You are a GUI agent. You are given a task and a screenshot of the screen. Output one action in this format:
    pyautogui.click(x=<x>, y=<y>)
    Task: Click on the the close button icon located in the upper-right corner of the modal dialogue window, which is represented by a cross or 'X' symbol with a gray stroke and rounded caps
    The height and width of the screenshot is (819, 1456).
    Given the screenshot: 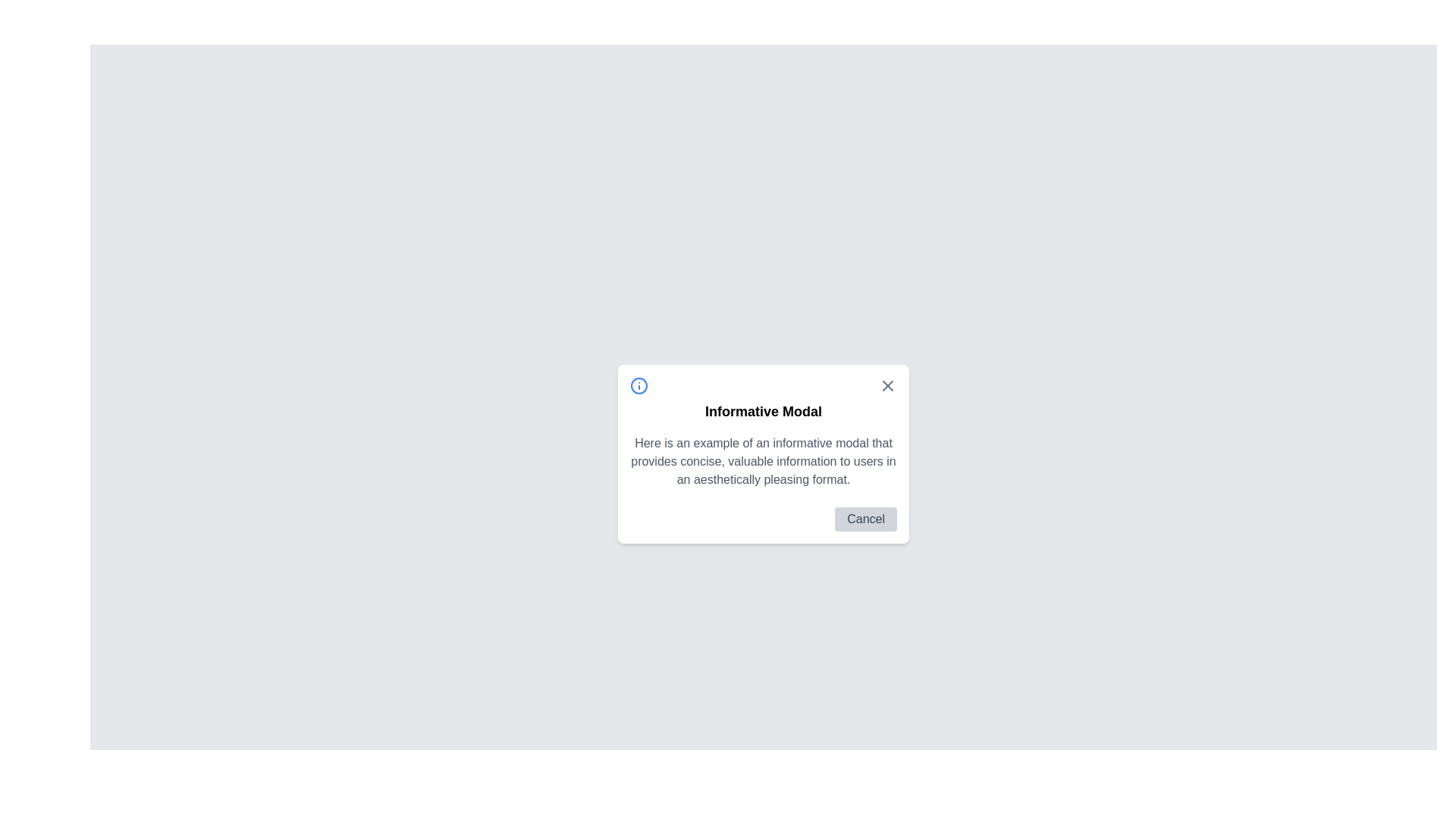 What is the action you would take?
    pyautogui.click(x=888, y=385)
    